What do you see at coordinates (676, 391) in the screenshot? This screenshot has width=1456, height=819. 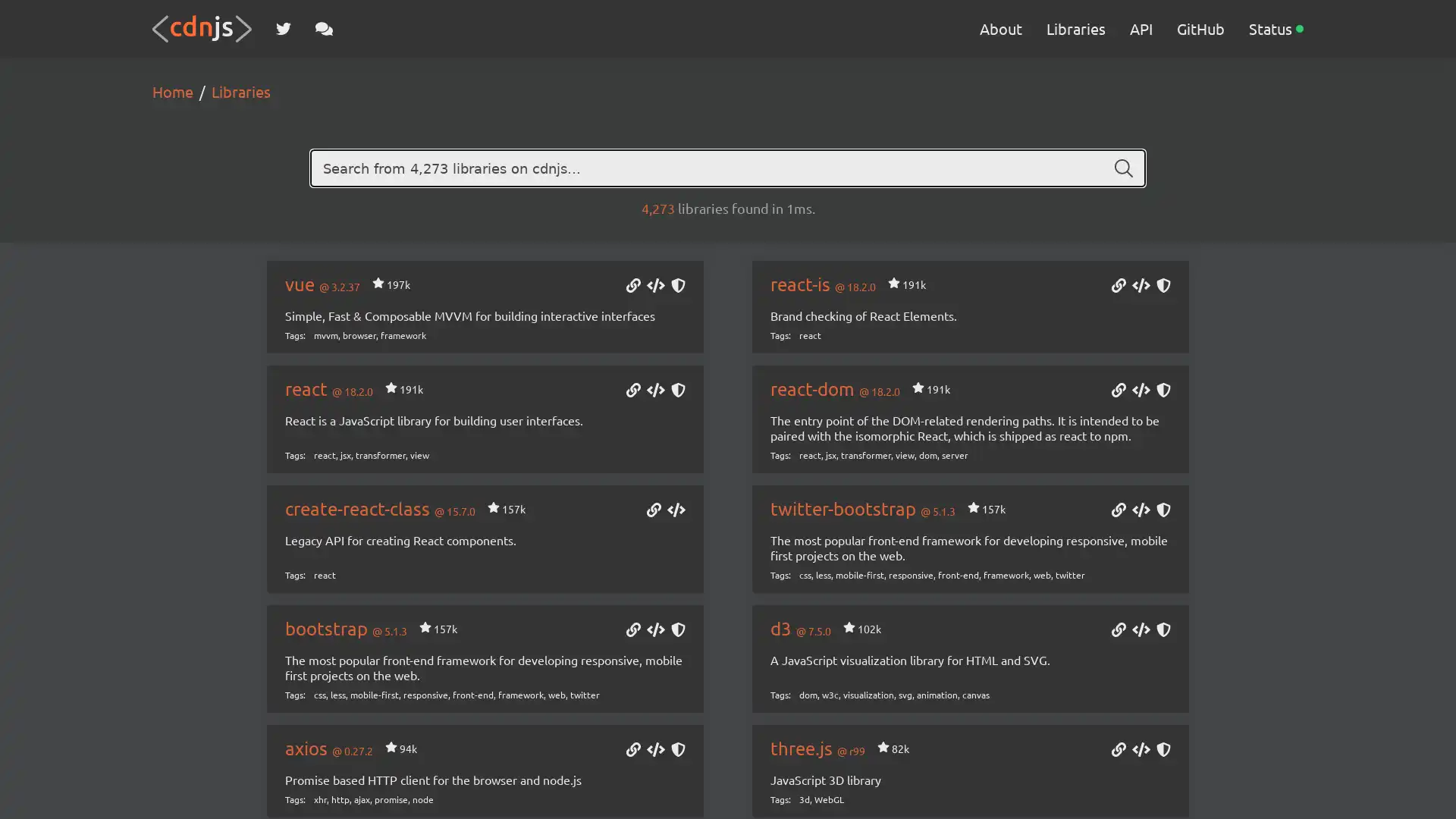 I see `Copy SRI Hash` at bounding box center [676, 391].